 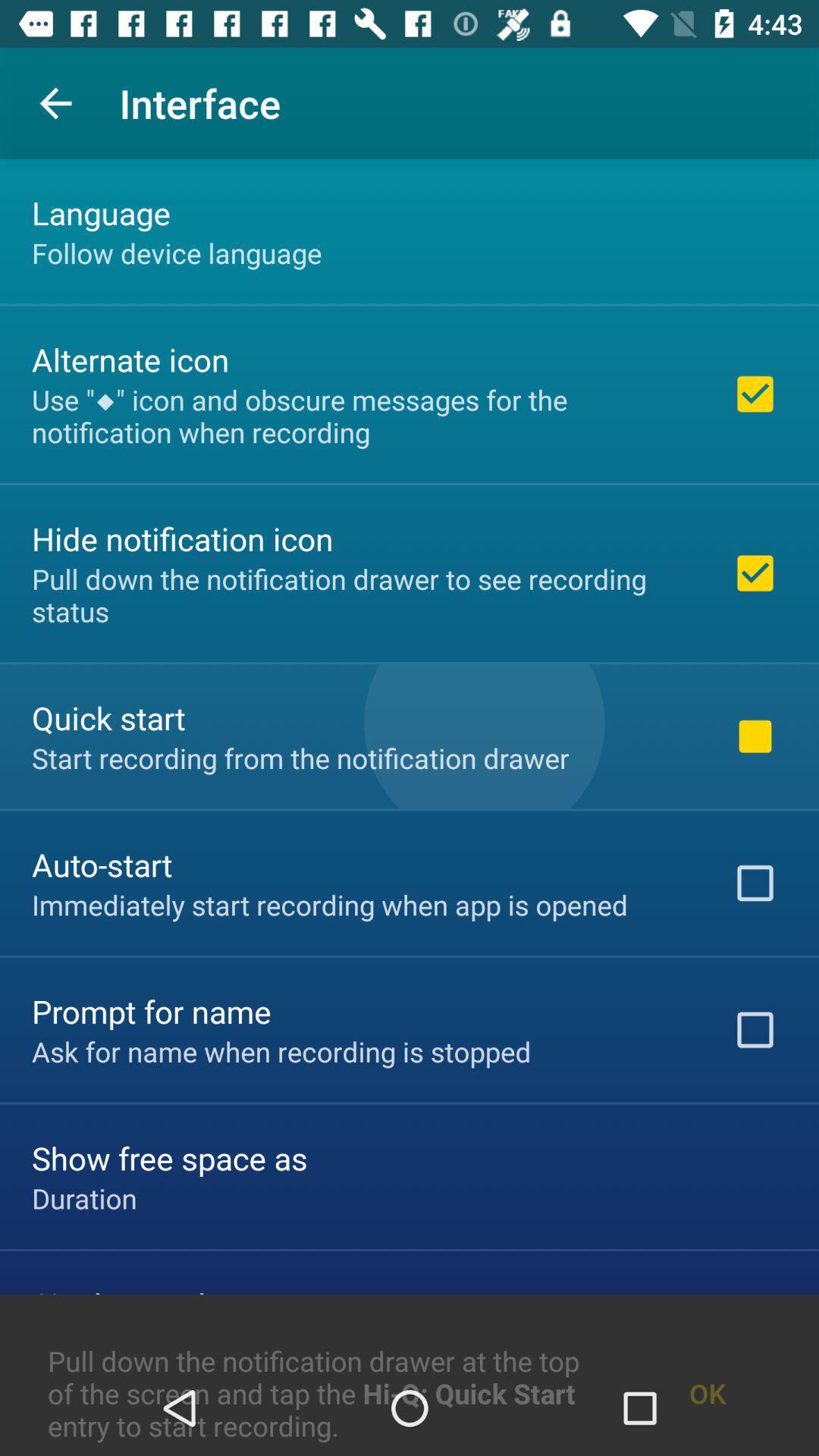 I want to click on the follow device language, so click(x=176, y=253).